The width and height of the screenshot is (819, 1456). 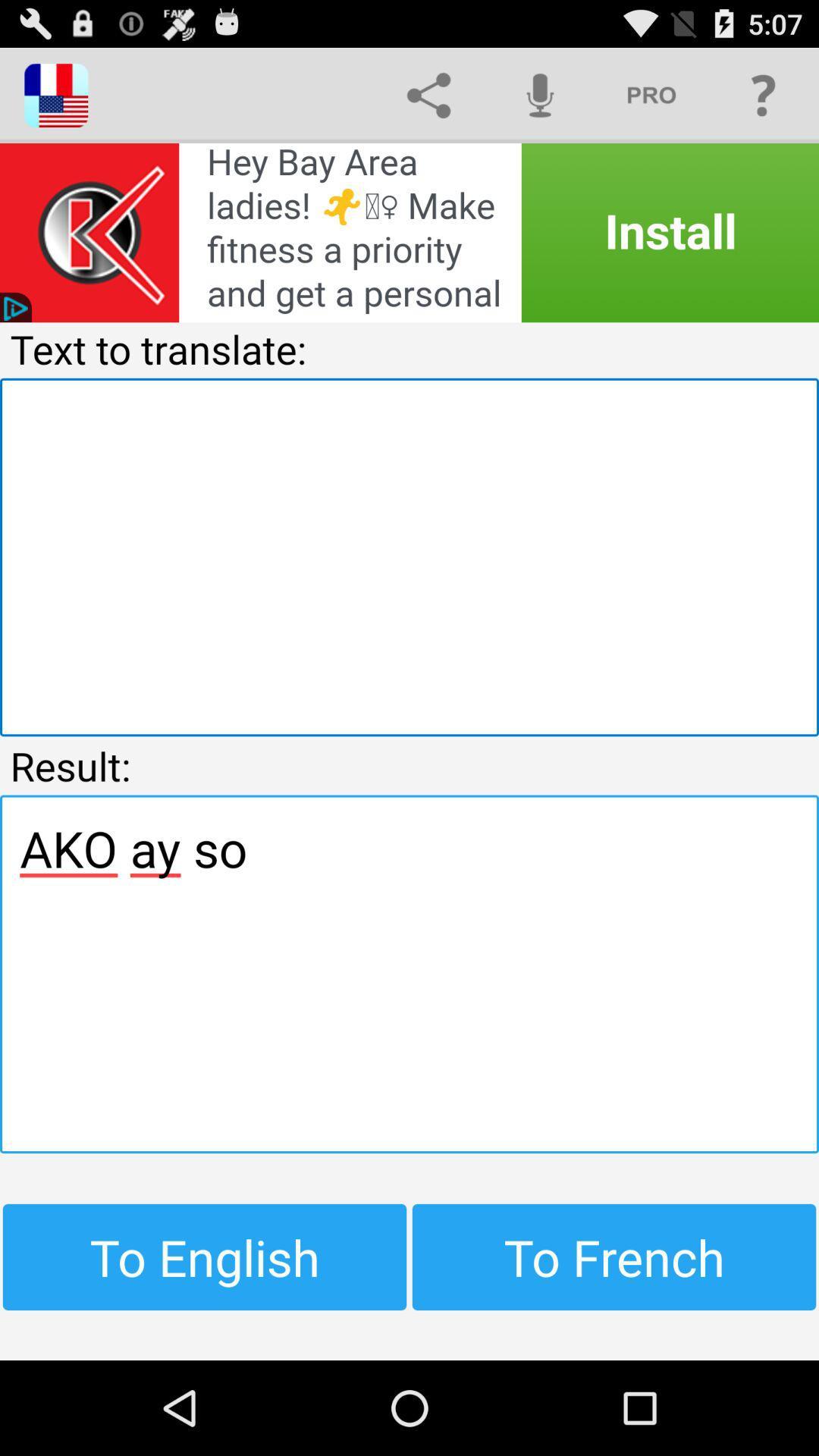 I want to click on the text beside, so click(x=651, y=94).